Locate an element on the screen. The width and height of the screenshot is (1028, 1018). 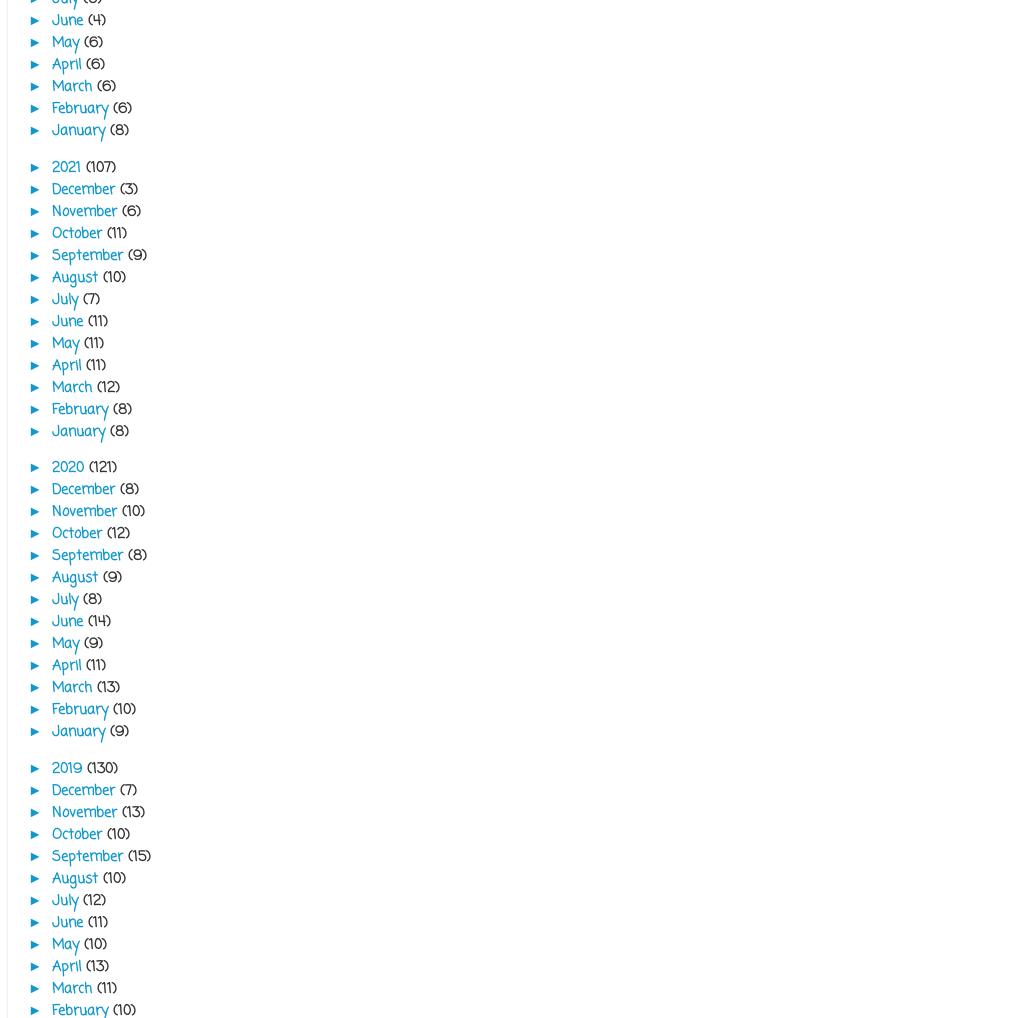
'(107)' is located at coordinates (99, 166).